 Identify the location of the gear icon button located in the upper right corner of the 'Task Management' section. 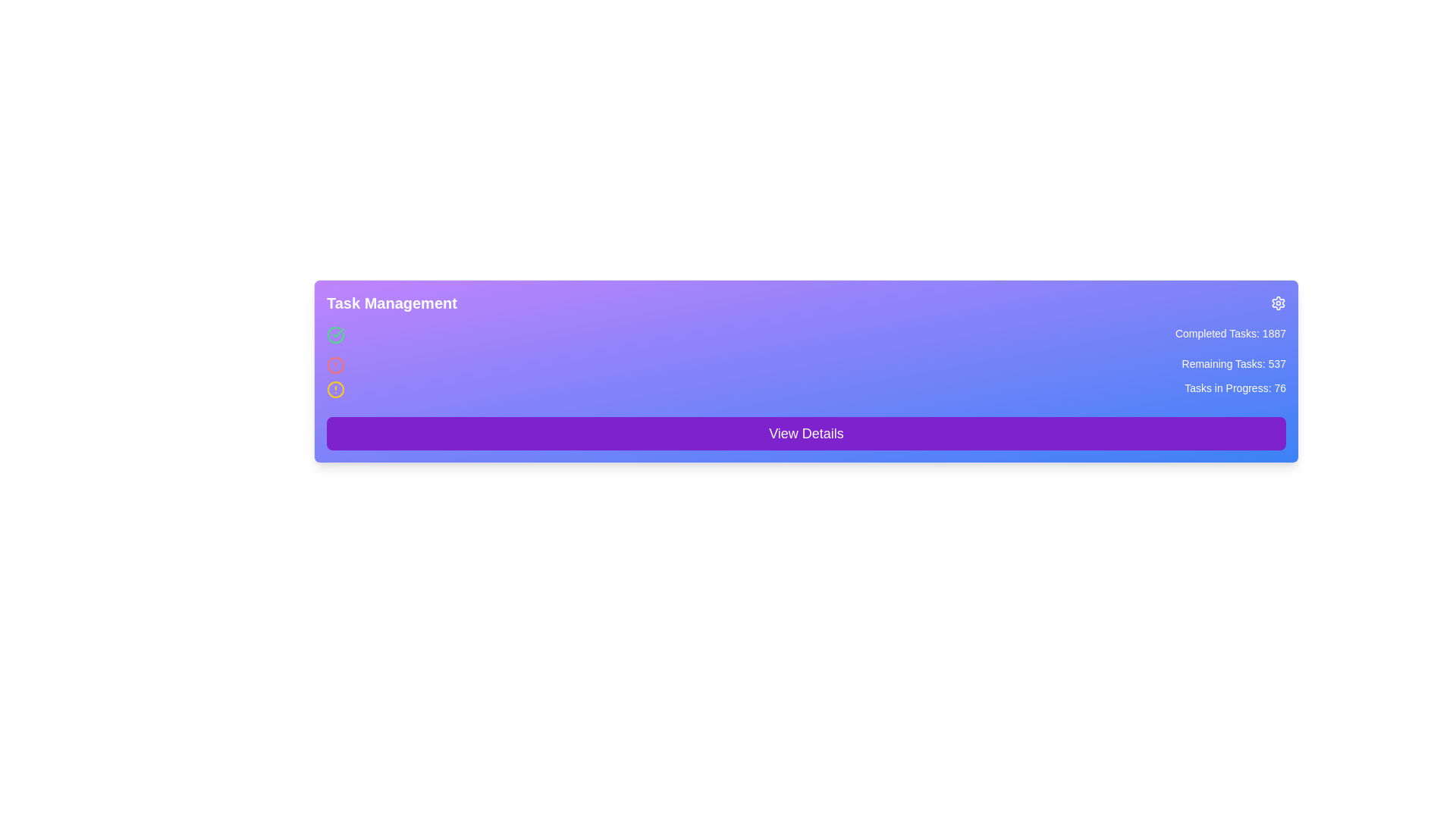
(1277, 303).